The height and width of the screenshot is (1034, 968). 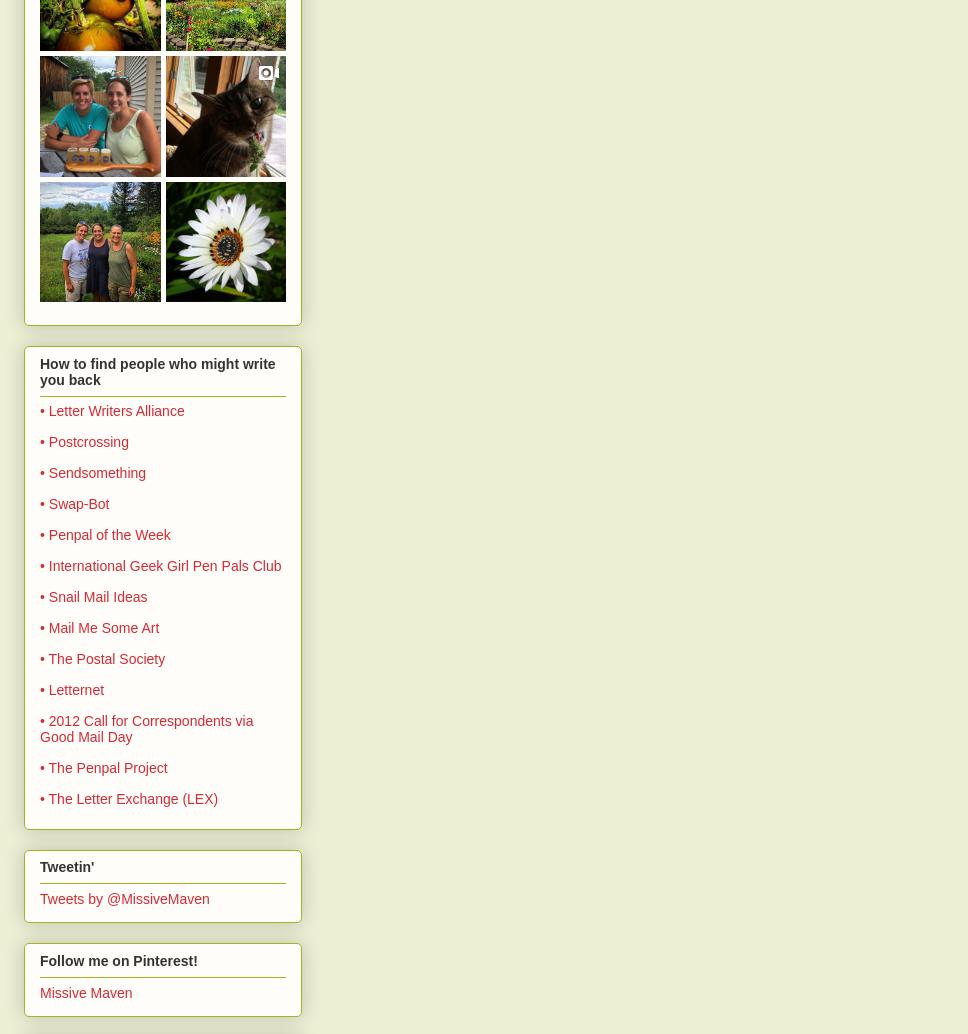 What do you see at coordinates (156, 369) in the screenshot?
I see `'How to find people who might write you back'` at bounding box center [156, 369].